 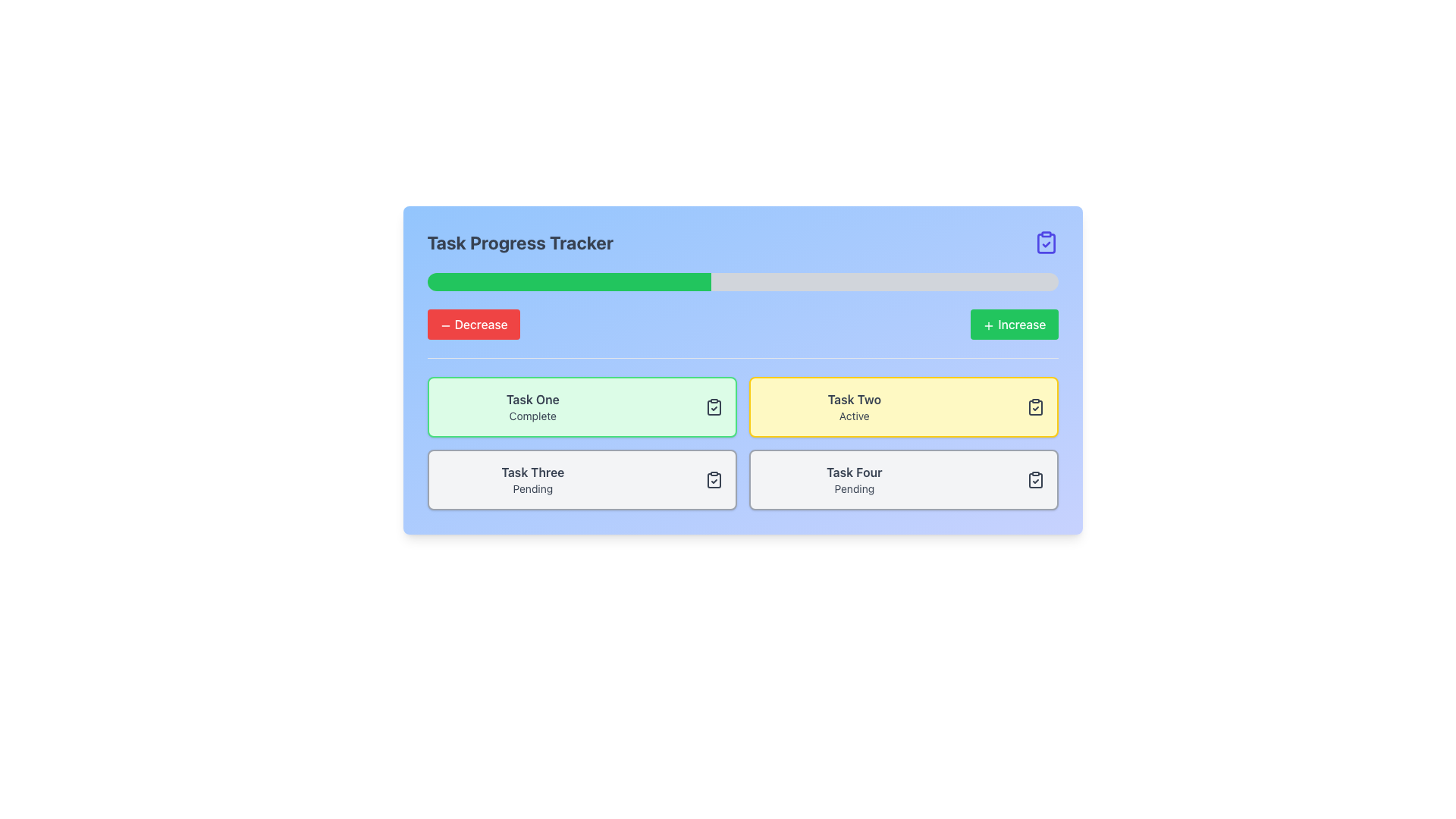 What do you see at coordinates (854, 488) in the screenshot?
I see `the text label indicating the current status of Task Four, which displays that it is pending, located in the bottom-right grid cell of the task grid` at bounding box center [854, 488].